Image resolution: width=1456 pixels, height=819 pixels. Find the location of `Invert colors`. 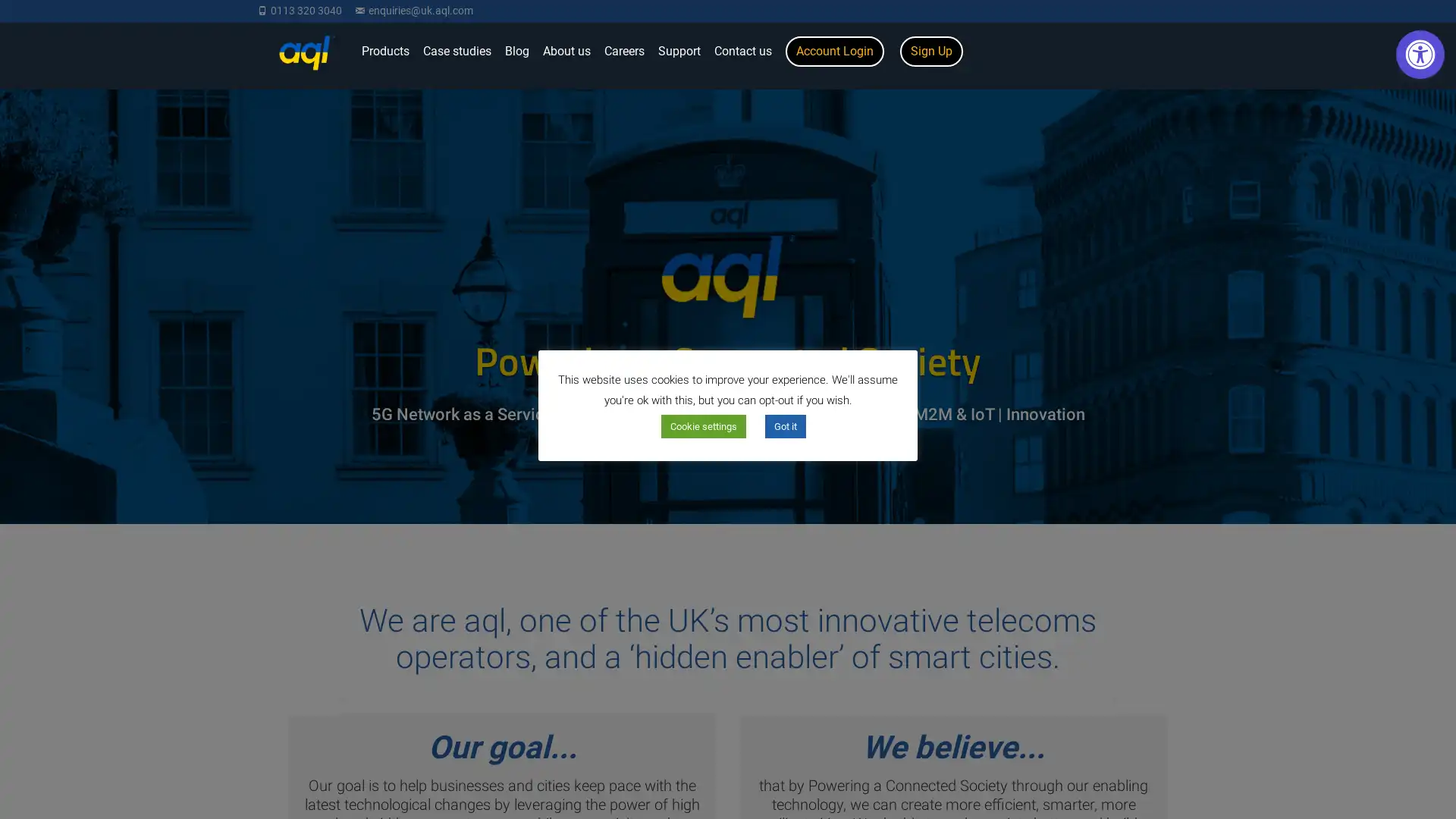

Invert colors is located at coordinates (1210, 165).